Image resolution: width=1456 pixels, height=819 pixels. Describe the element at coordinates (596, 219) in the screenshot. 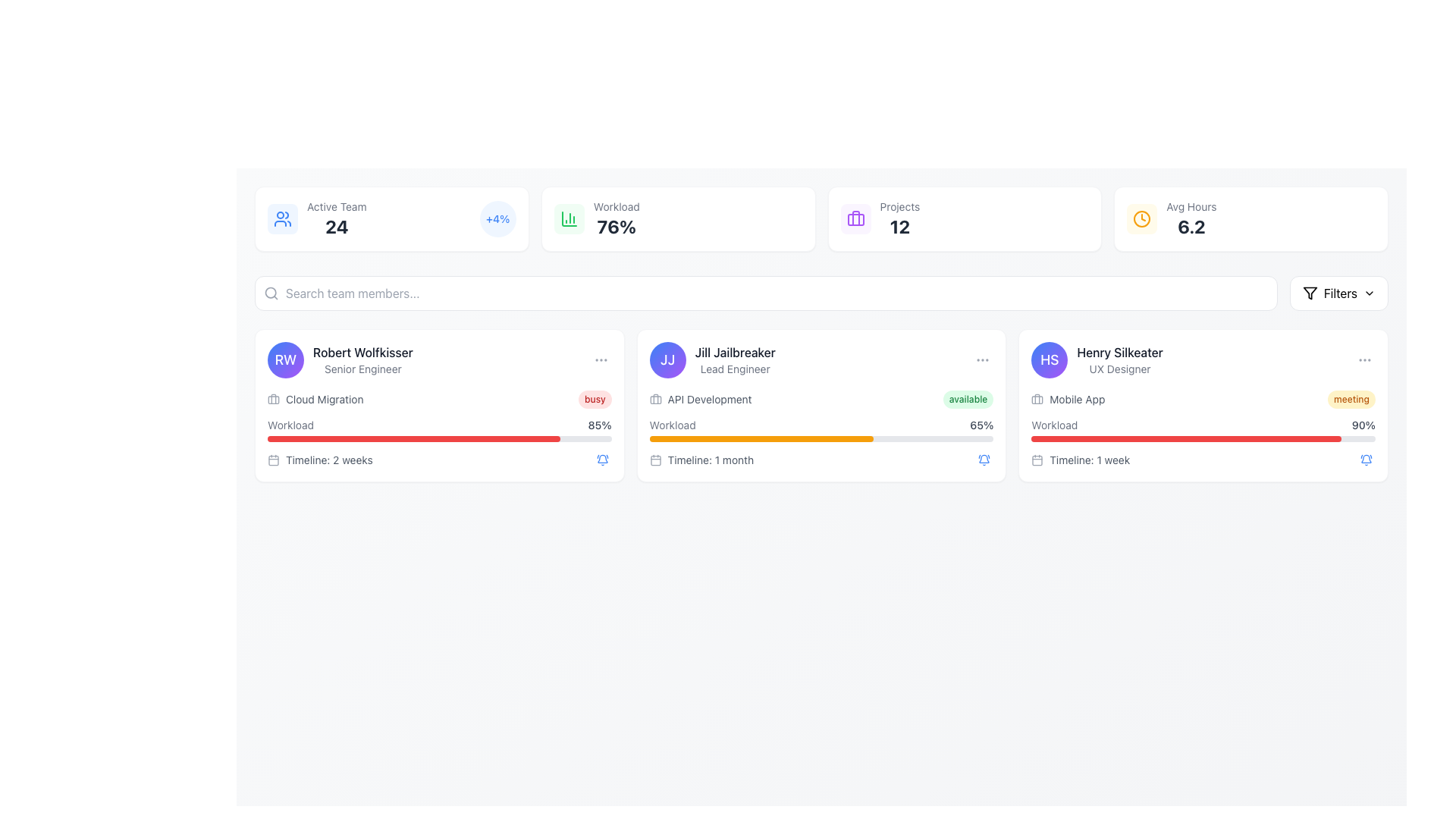

I see `the Informational summary module that displays the current workload status of 76%, located between the 'Active Team' and 'Projects' summary boxes` at that location.